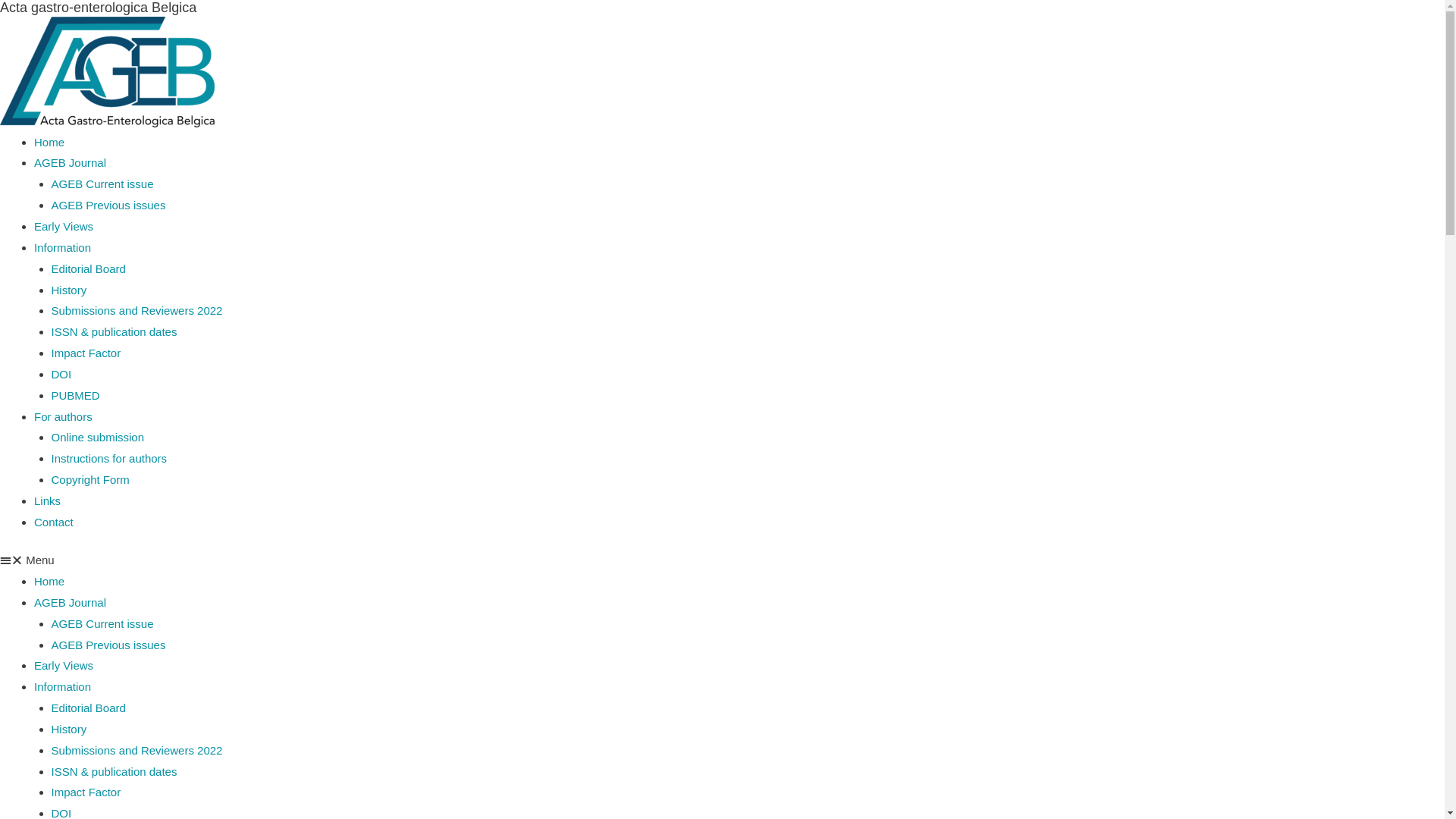  Describe the element at coordinates (51, 479) in the screenshot. I see `'Copyright Form'` at that location.